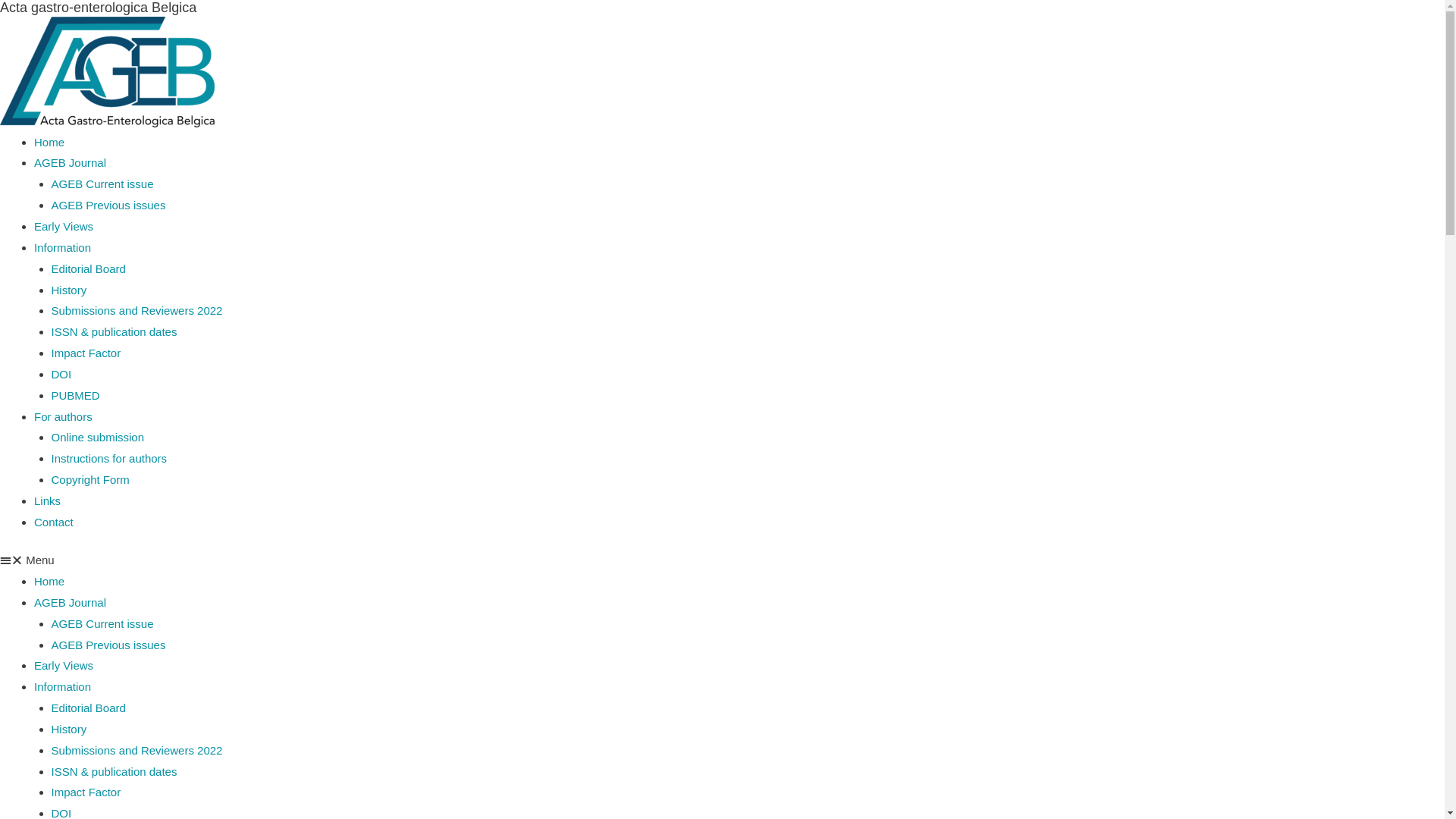  Describe the element at coordinates (51, 479) in the screenshot. I see `'Copyright Form'` at that location.